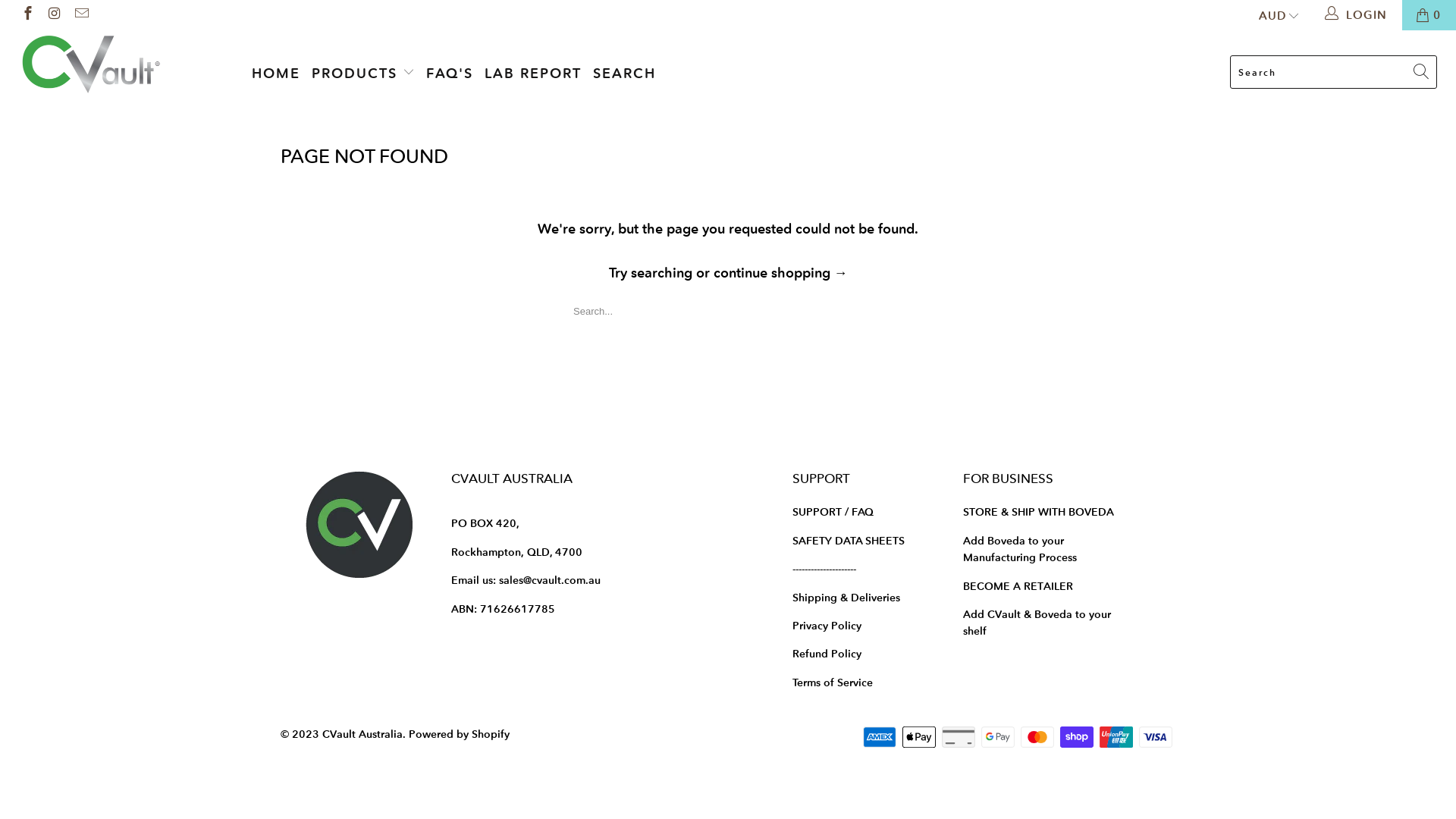  I want to click on 'HOME', so click(276, 73).